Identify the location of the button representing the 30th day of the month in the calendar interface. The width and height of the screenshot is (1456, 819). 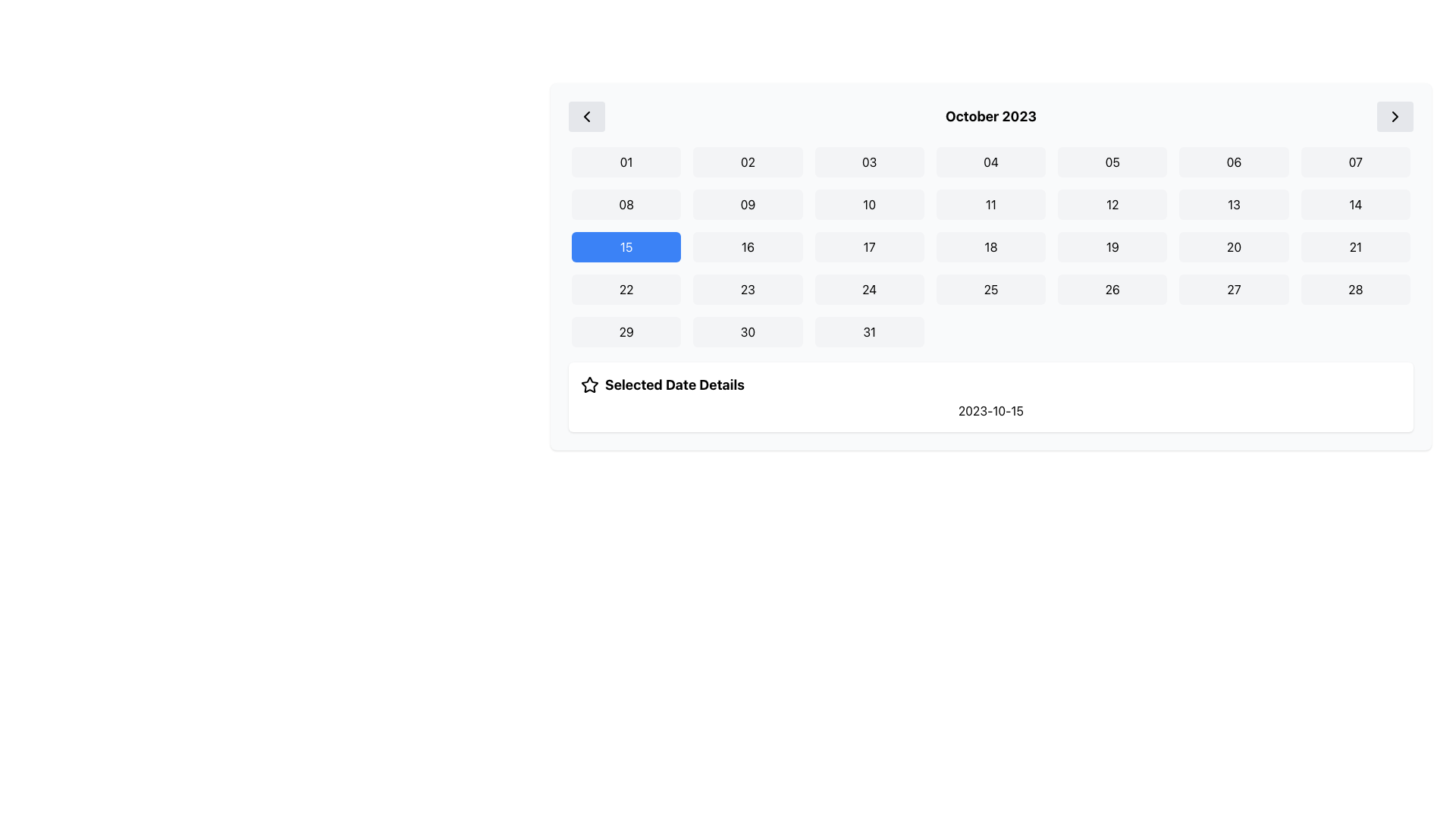
(748, 331).